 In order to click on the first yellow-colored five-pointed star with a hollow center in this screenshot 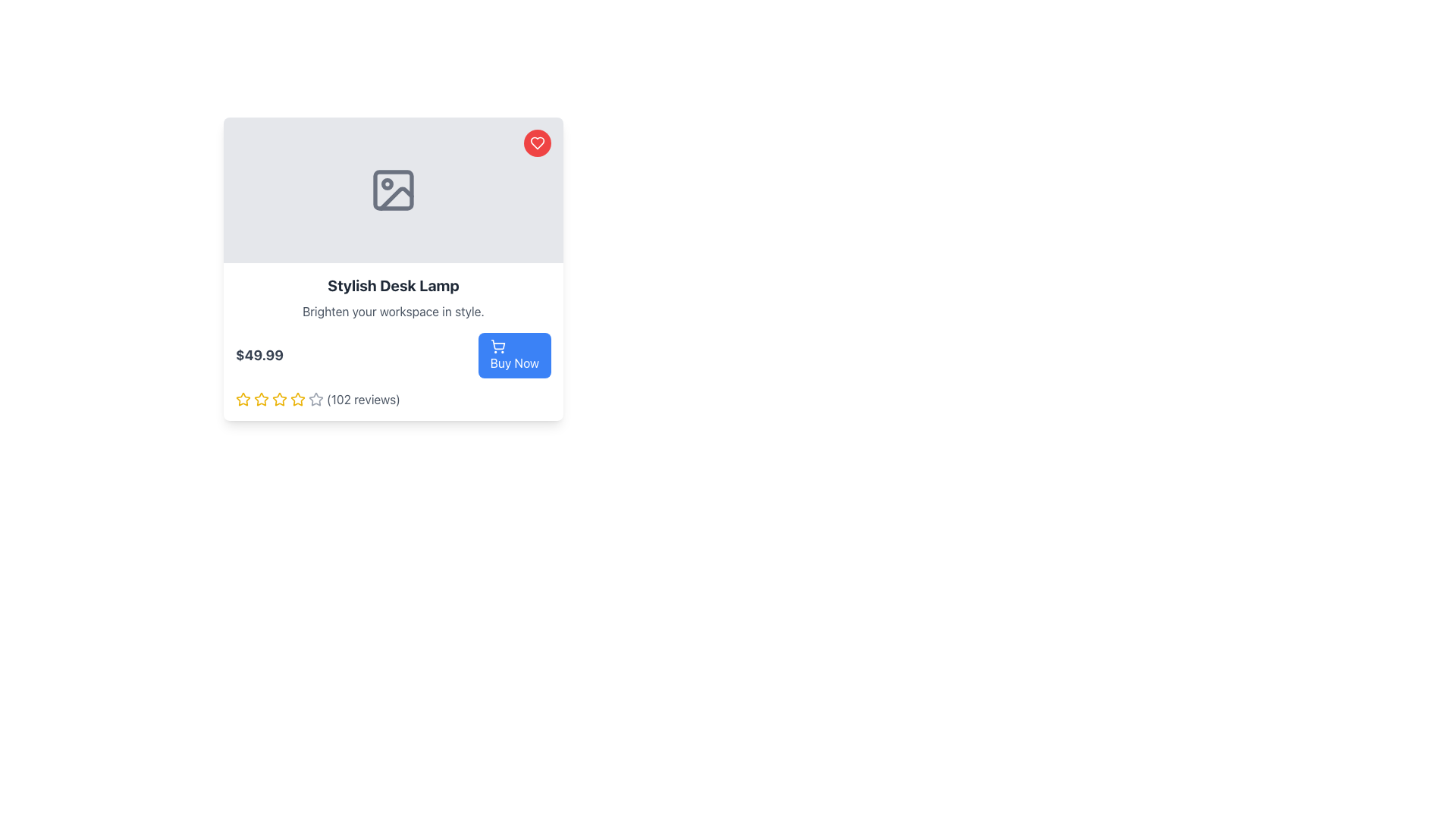, I will do `click(262, 398)`.